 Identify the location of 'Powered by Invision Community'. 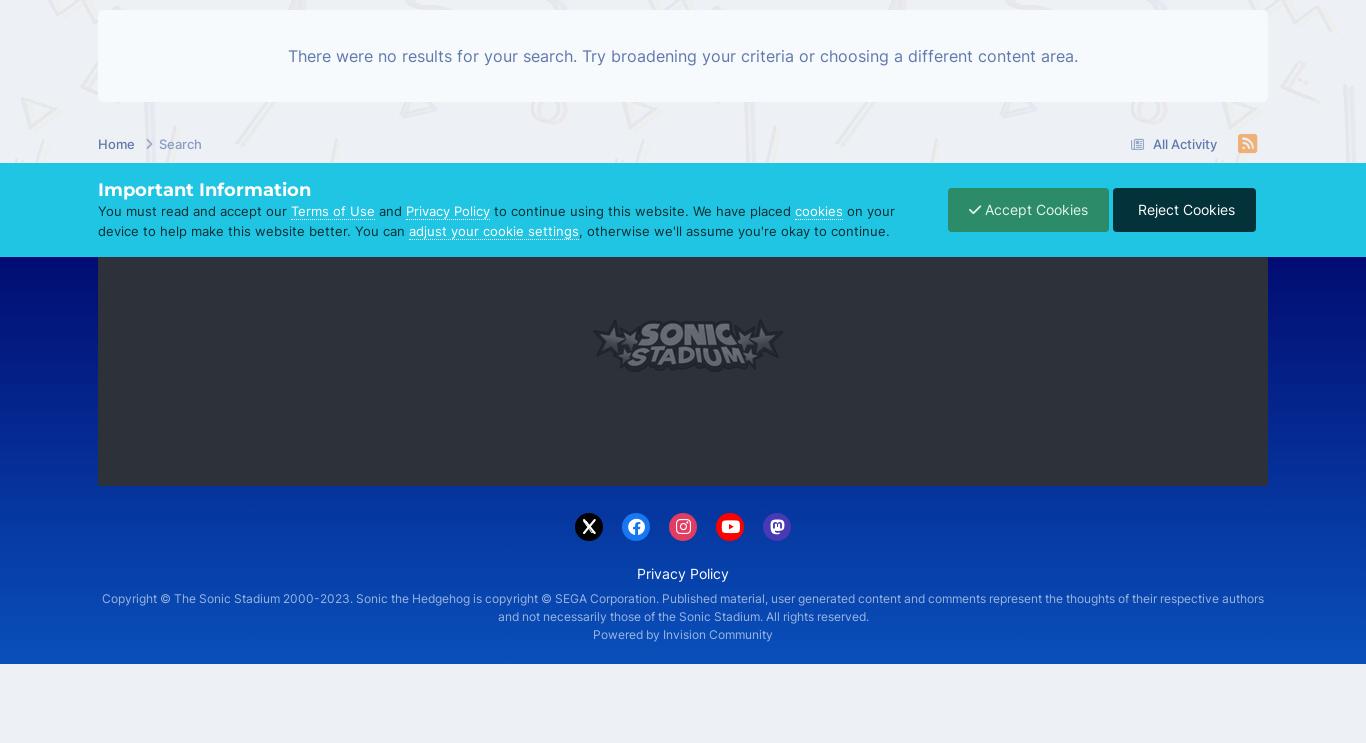
(683, 633).